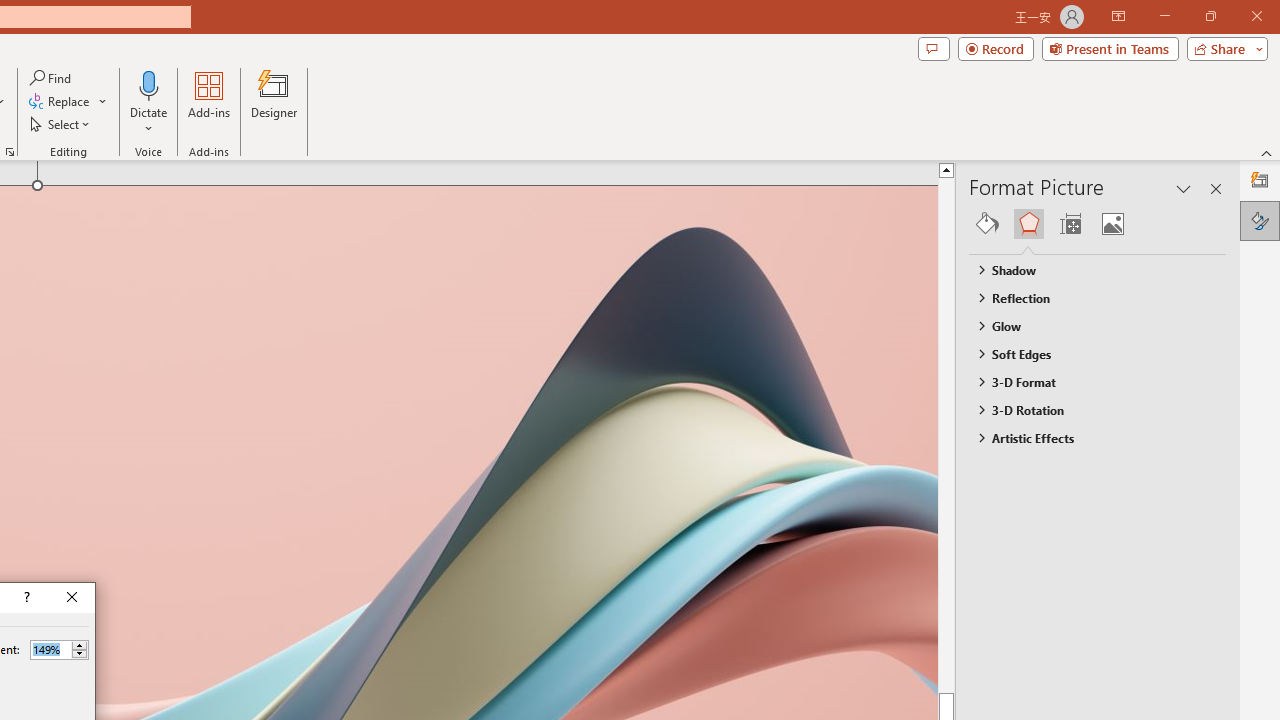  Describe the element at coordinates (1069, 223) in the screenshot. I see `'Size & Properties'` at that location.